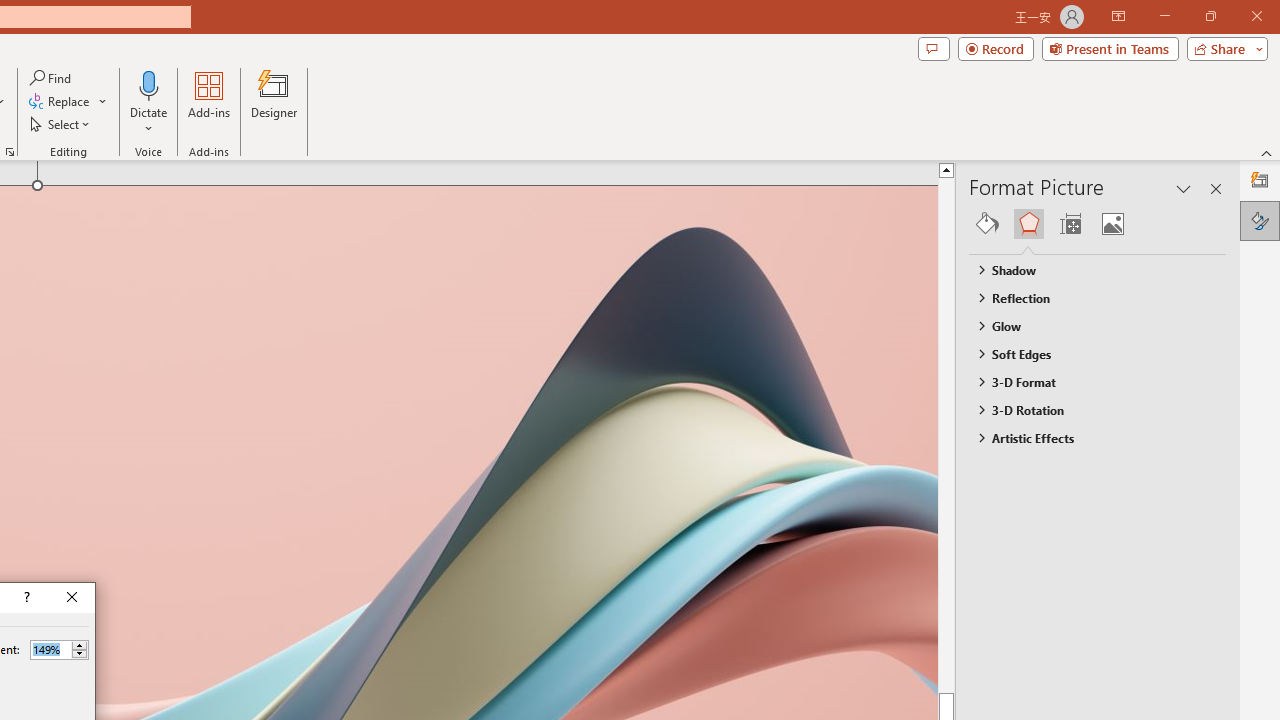  Describe the element at coordinates (1069, 223) in the screenshot. I see `'Size & Properties'` at that location.